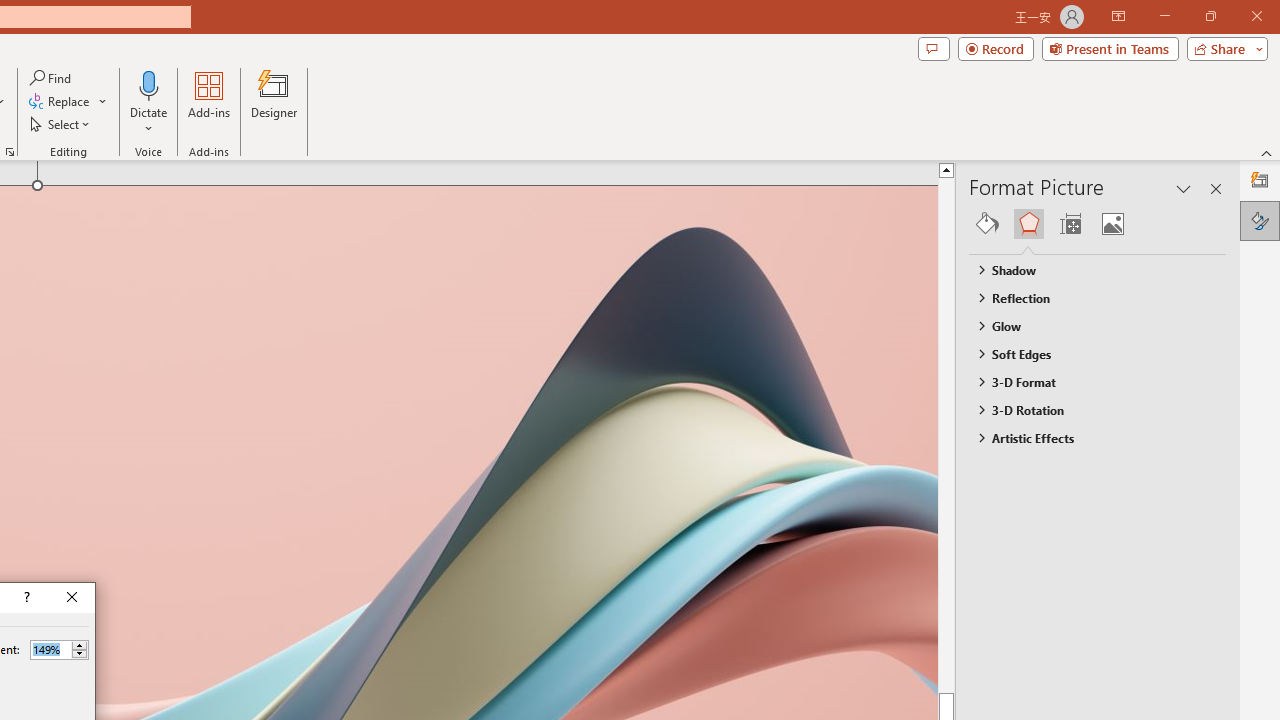  Describe the element at coordinates (1069, 223) in the screenshot. I see `'Size & Properties'` at that location.